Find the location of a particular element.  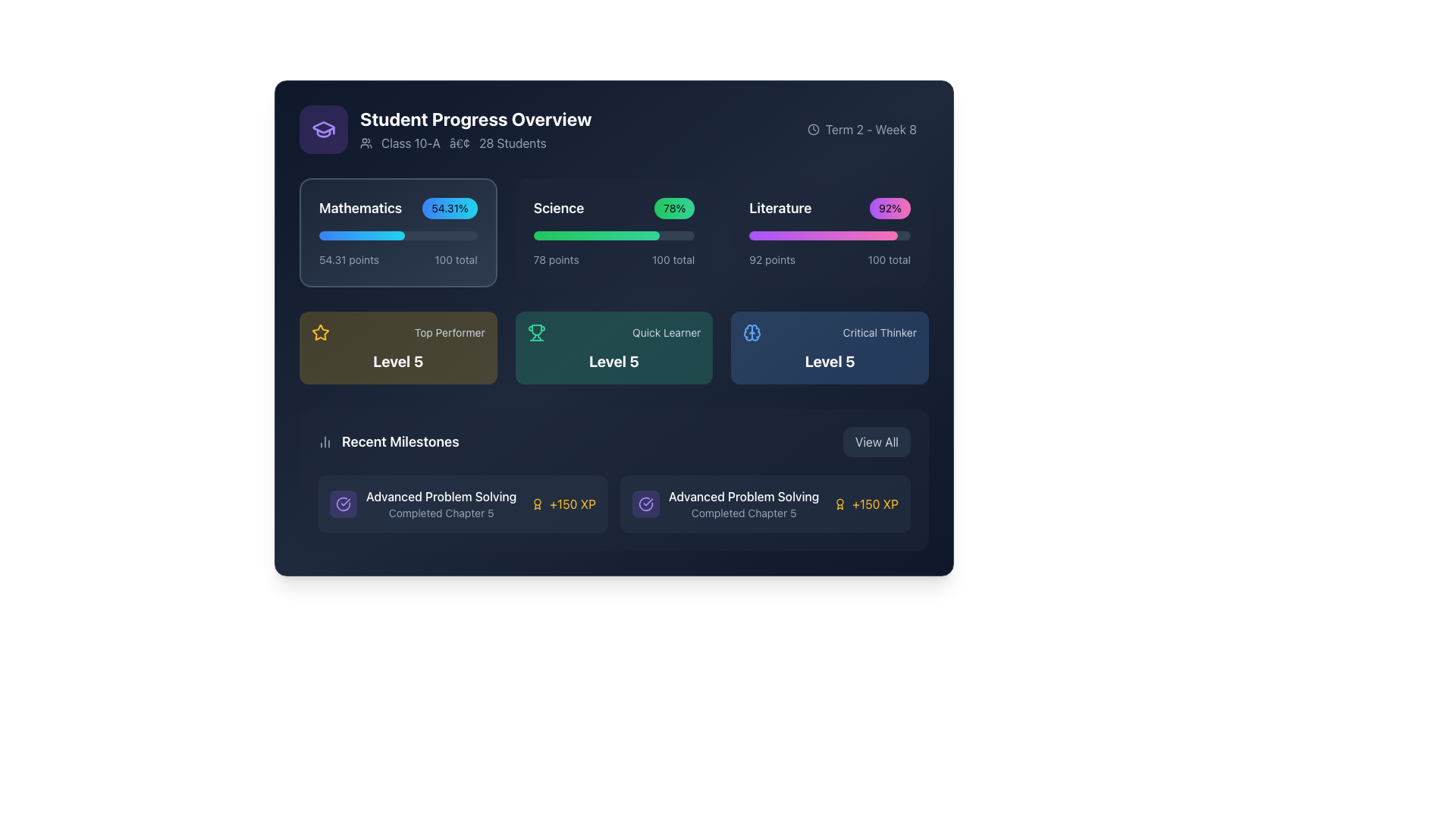

milestone text label located in the 'Recent Milestones' section, which is the top line of text indicating a specific achievement is located at coordinates (441, 497).